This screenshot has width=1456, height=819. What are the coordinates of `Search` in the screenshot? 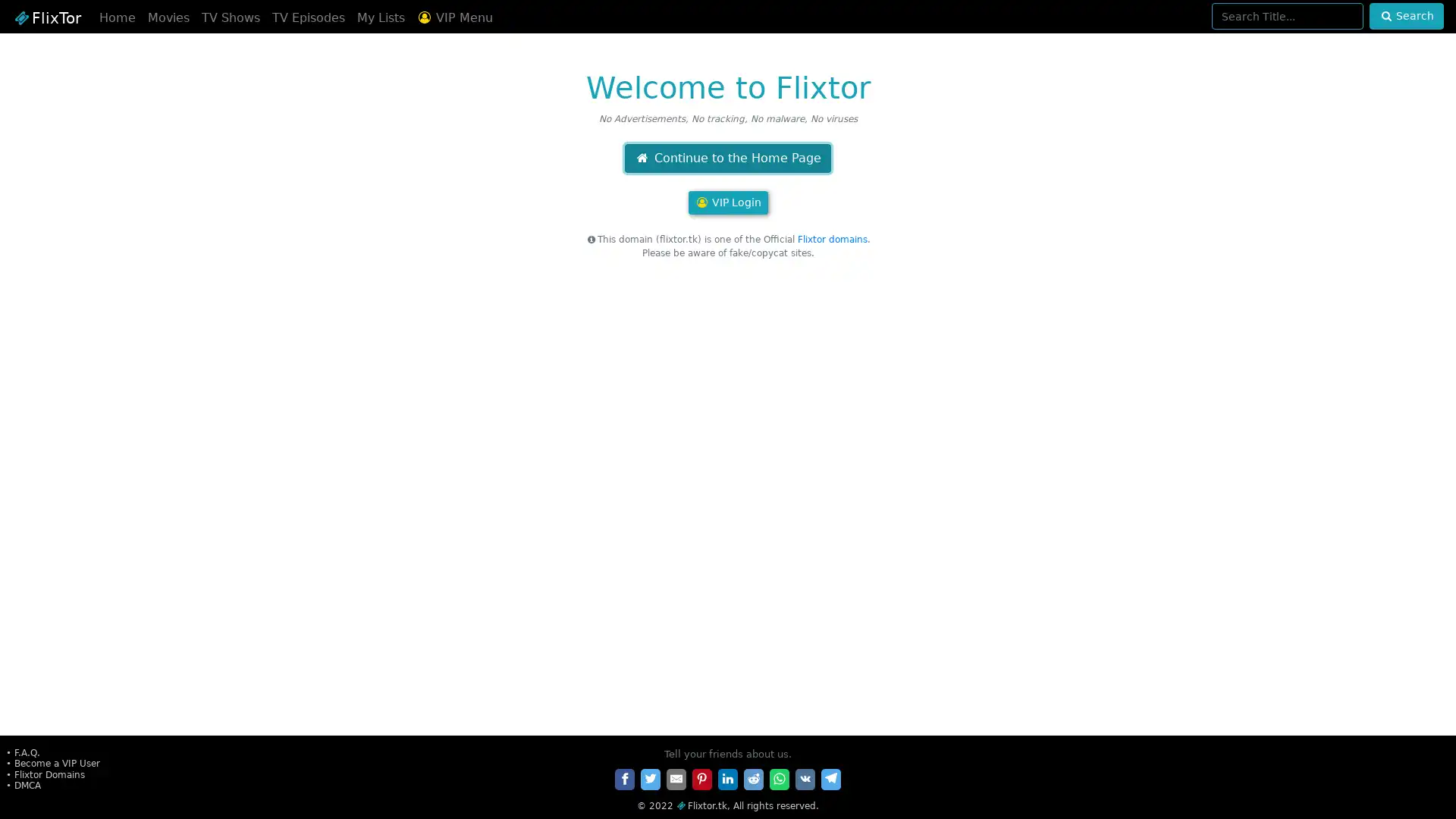 It's located at (1405, 16).